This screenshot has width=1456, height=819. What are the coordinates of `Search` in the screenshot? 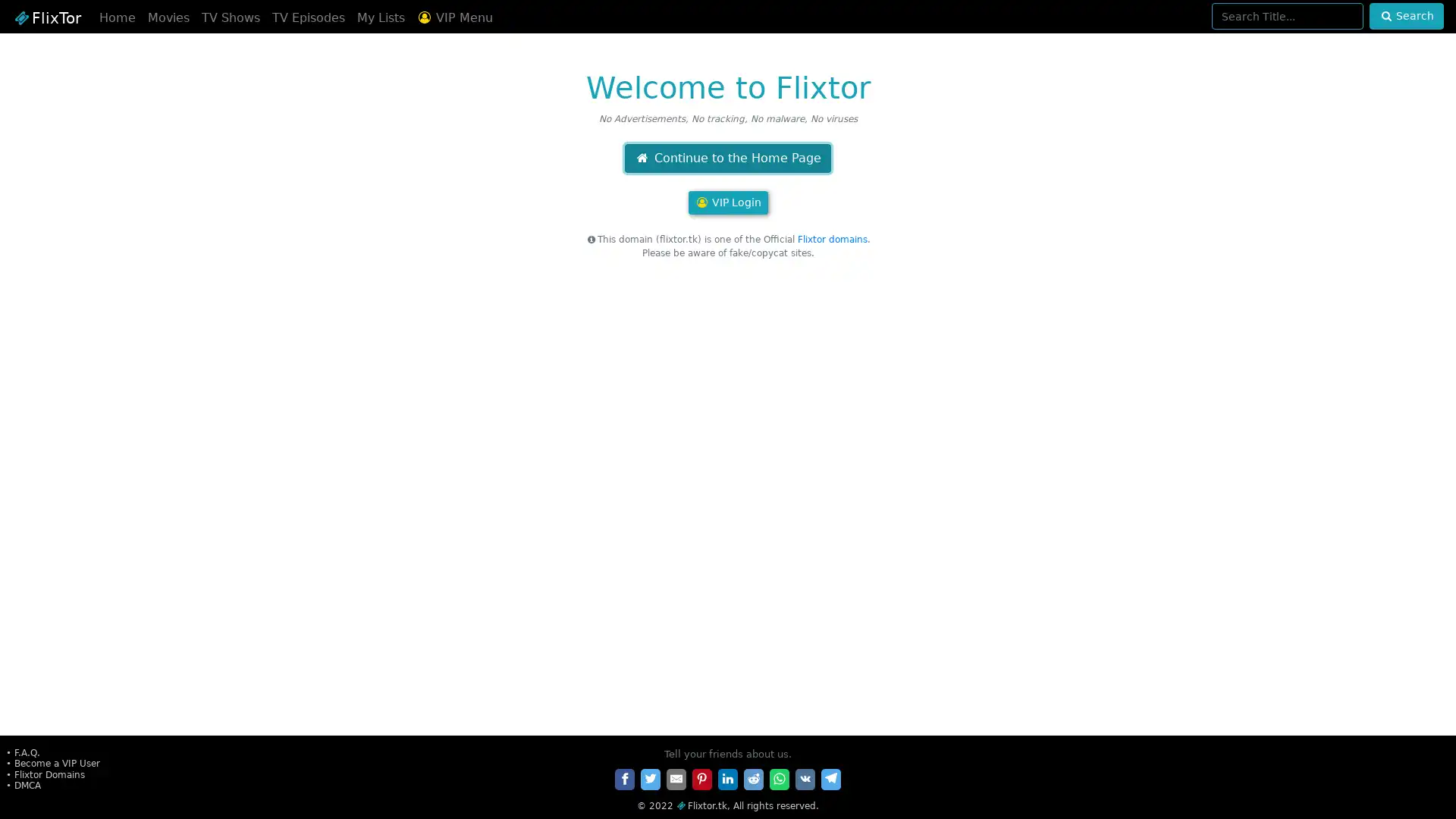 It's located at (1405, 16).